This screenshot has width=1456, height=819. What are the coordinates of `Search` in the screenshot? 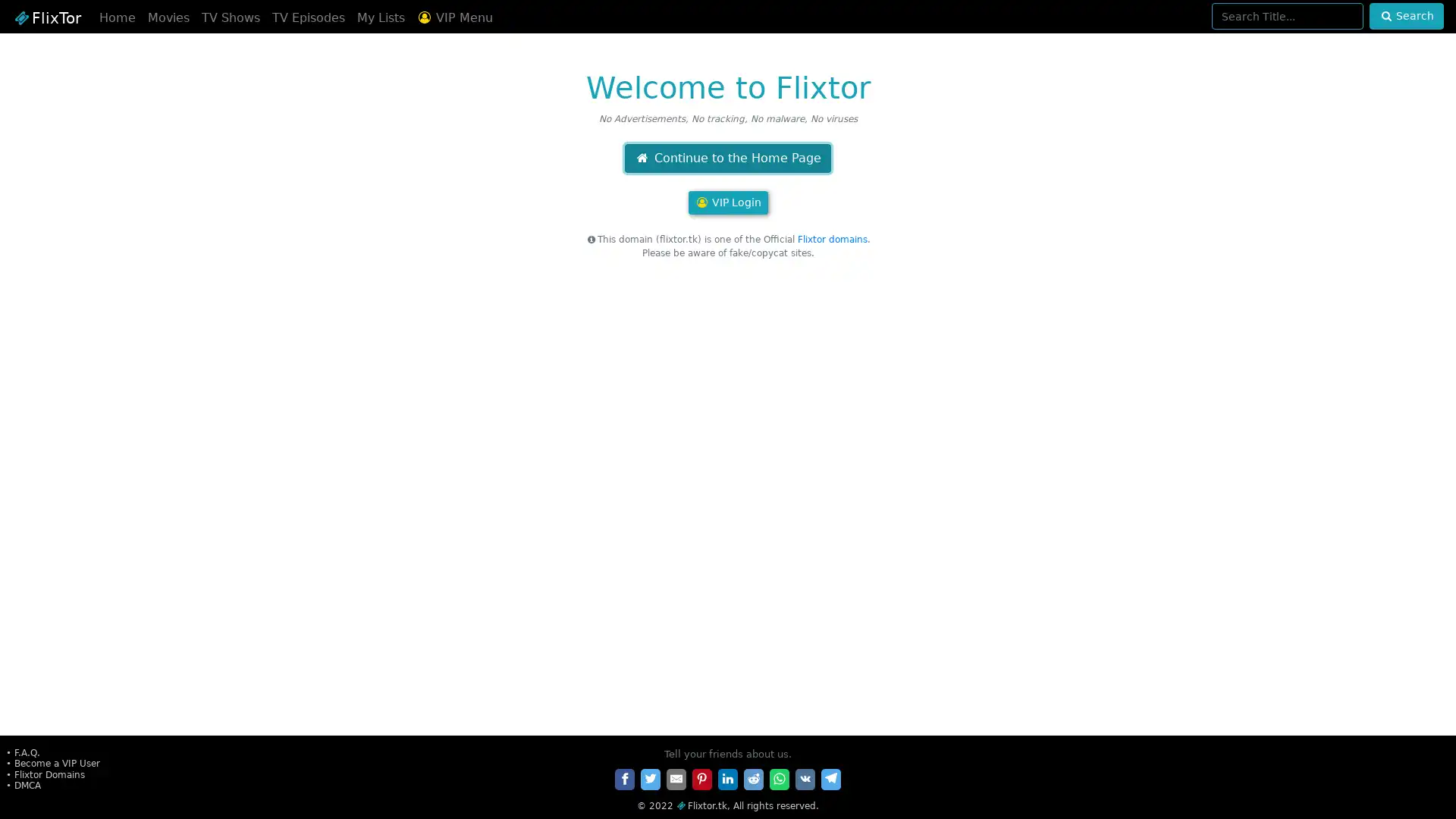 It's located at (1405, 16).